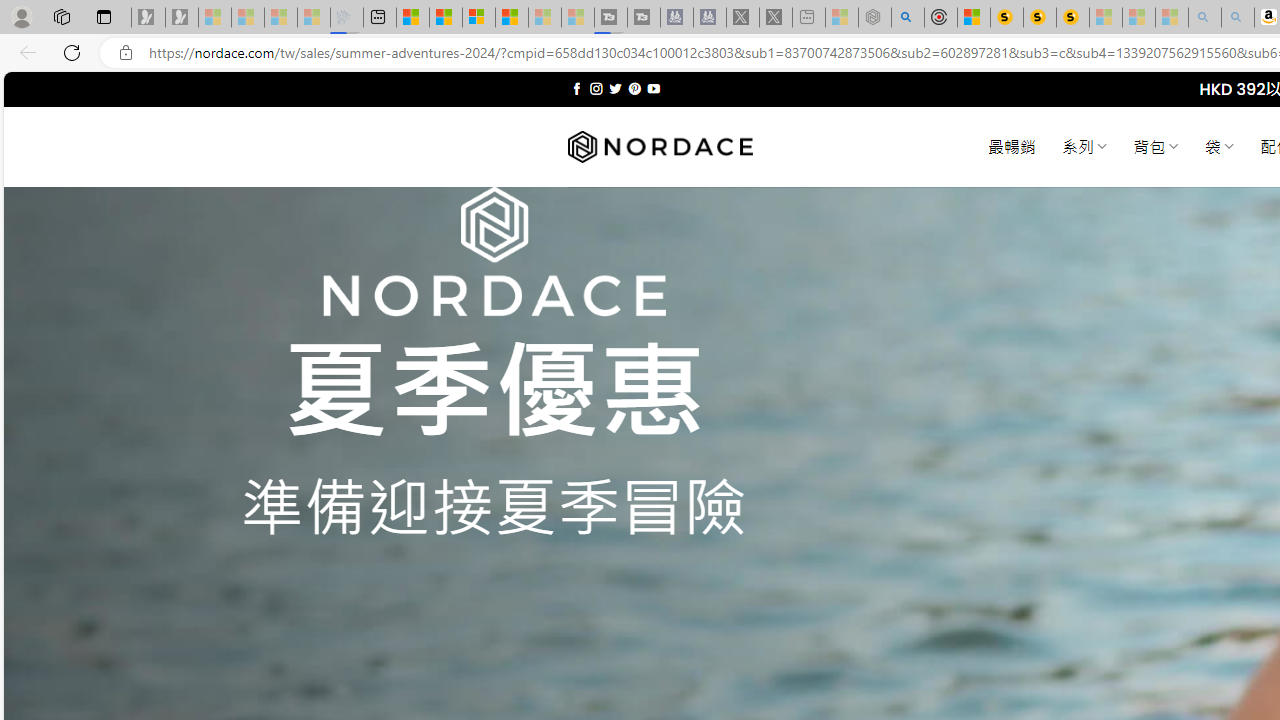 This screenshot has width=1280, height=720. I want to click on 'Follow on Instagram', so click(595, 88).